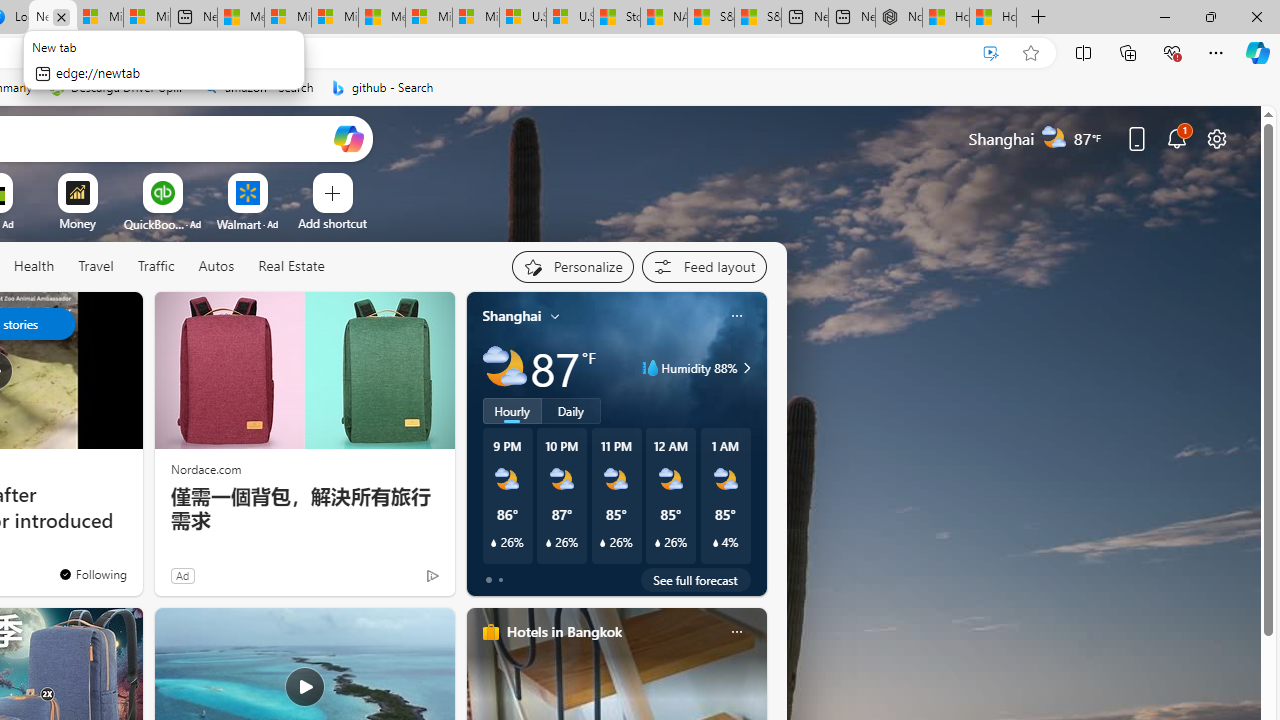 This screenshot has height=720, width=1280. Describe the element at coordinates (735, 632) in the screenshot. I see `'Class: icon-img'` at that location.